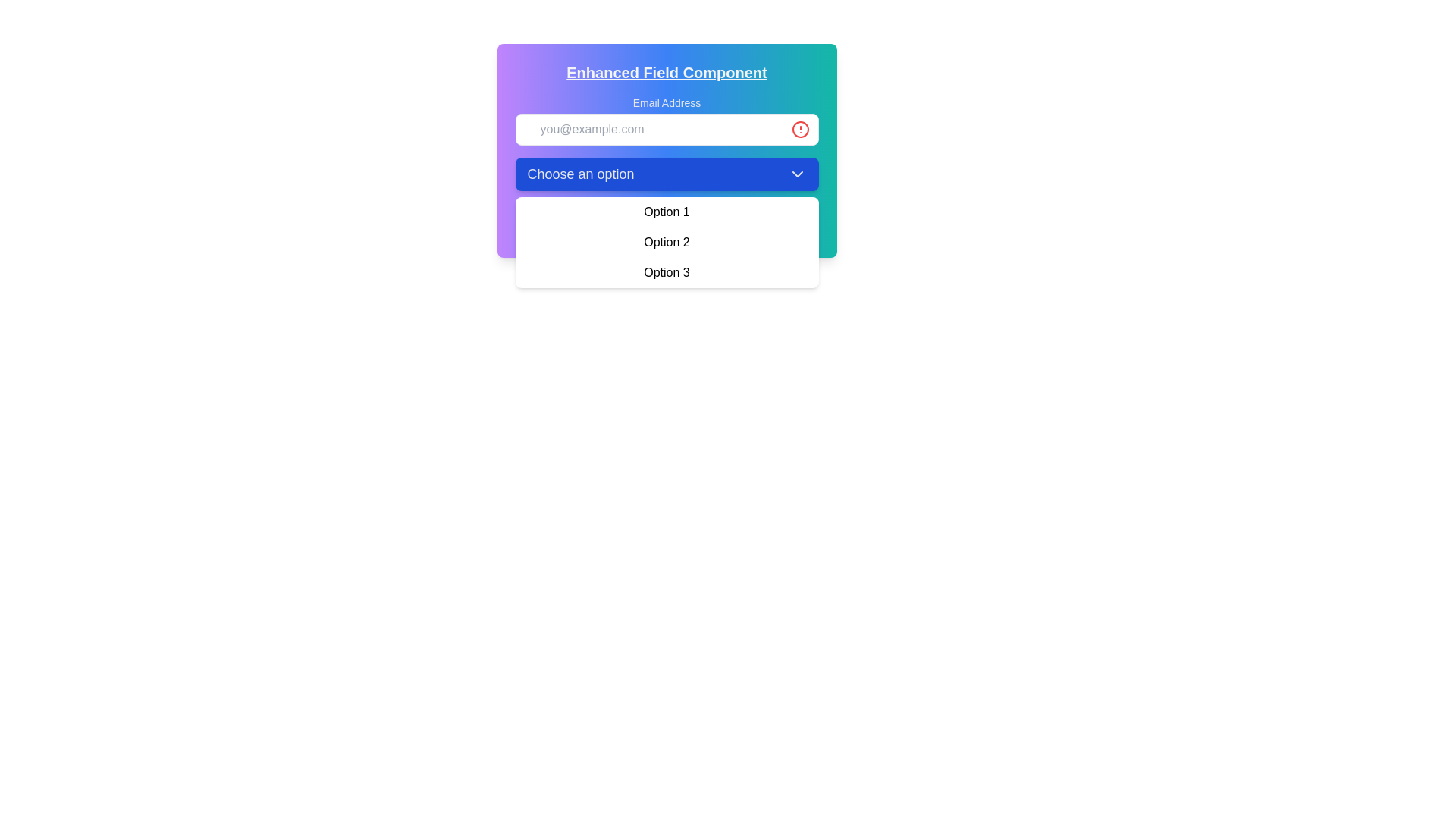  Describe the element at coordinates (667, 174) in the screenshot. I see `the blue rectangular Dropdown trigger button labeled 'Choose an option'` at that location.